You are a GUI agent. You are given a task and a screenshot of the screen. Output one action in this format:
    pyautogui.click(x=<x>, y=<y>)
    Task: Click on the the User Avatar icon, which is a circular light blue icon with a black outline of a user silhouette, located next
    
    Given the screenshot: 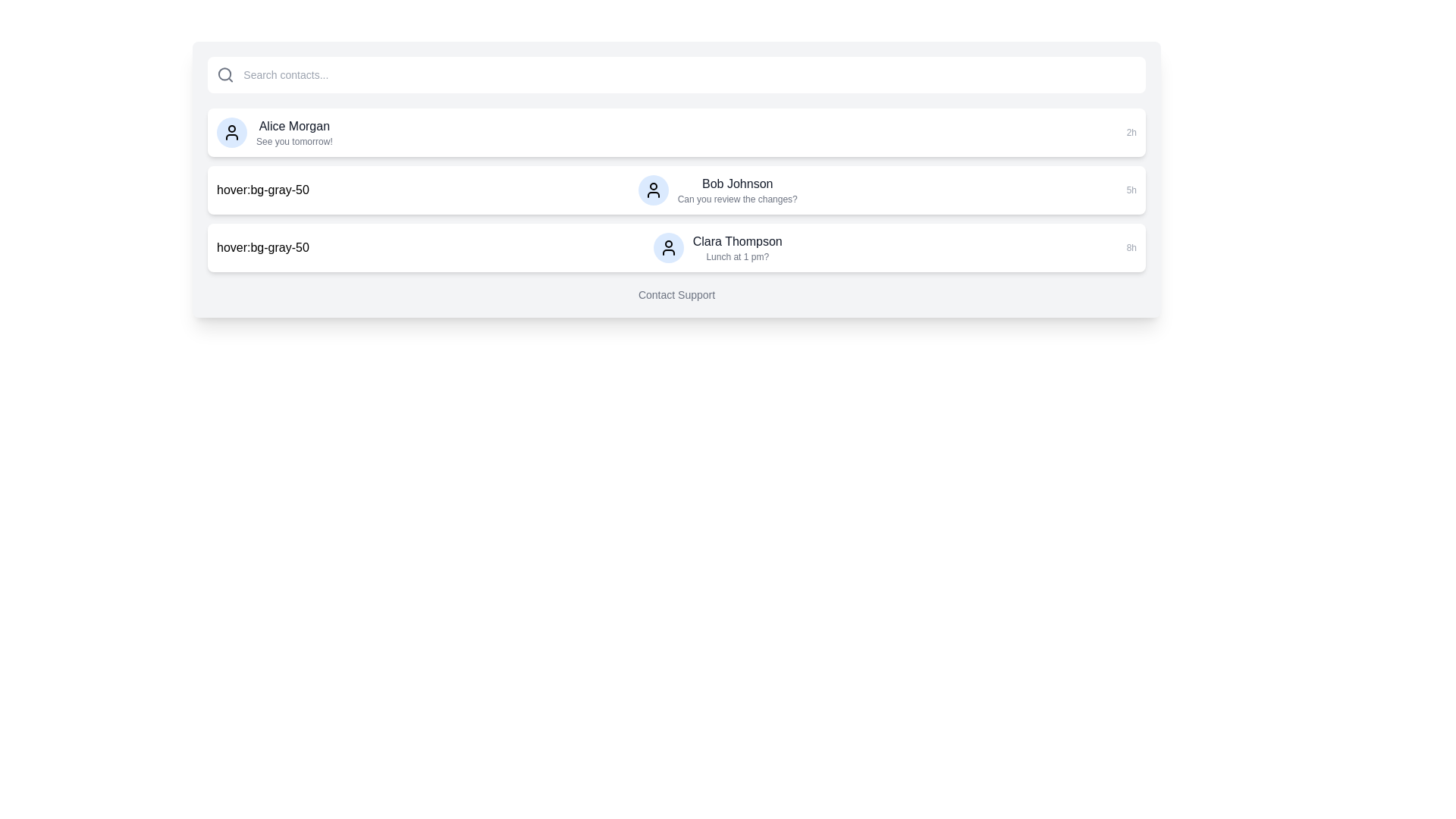 What is the action you would take?
    pyautogui.click(x=667, y=247)
    